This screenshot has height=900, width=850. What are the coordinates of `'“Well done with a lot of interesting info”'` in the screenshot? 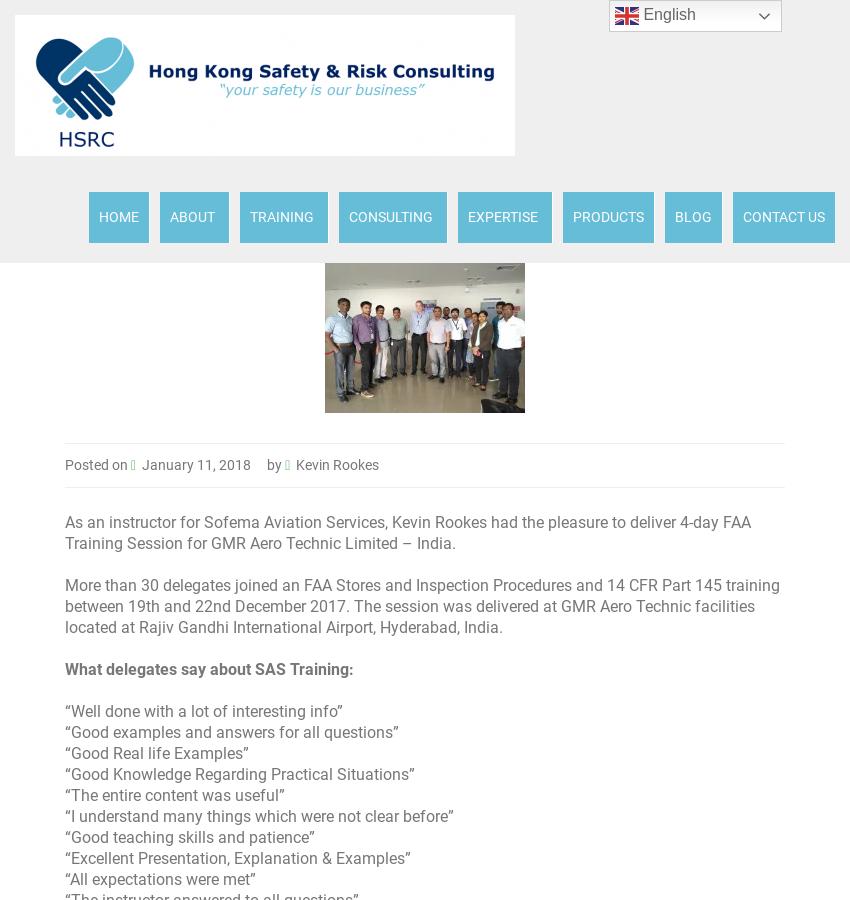 It's located at (203, 710).